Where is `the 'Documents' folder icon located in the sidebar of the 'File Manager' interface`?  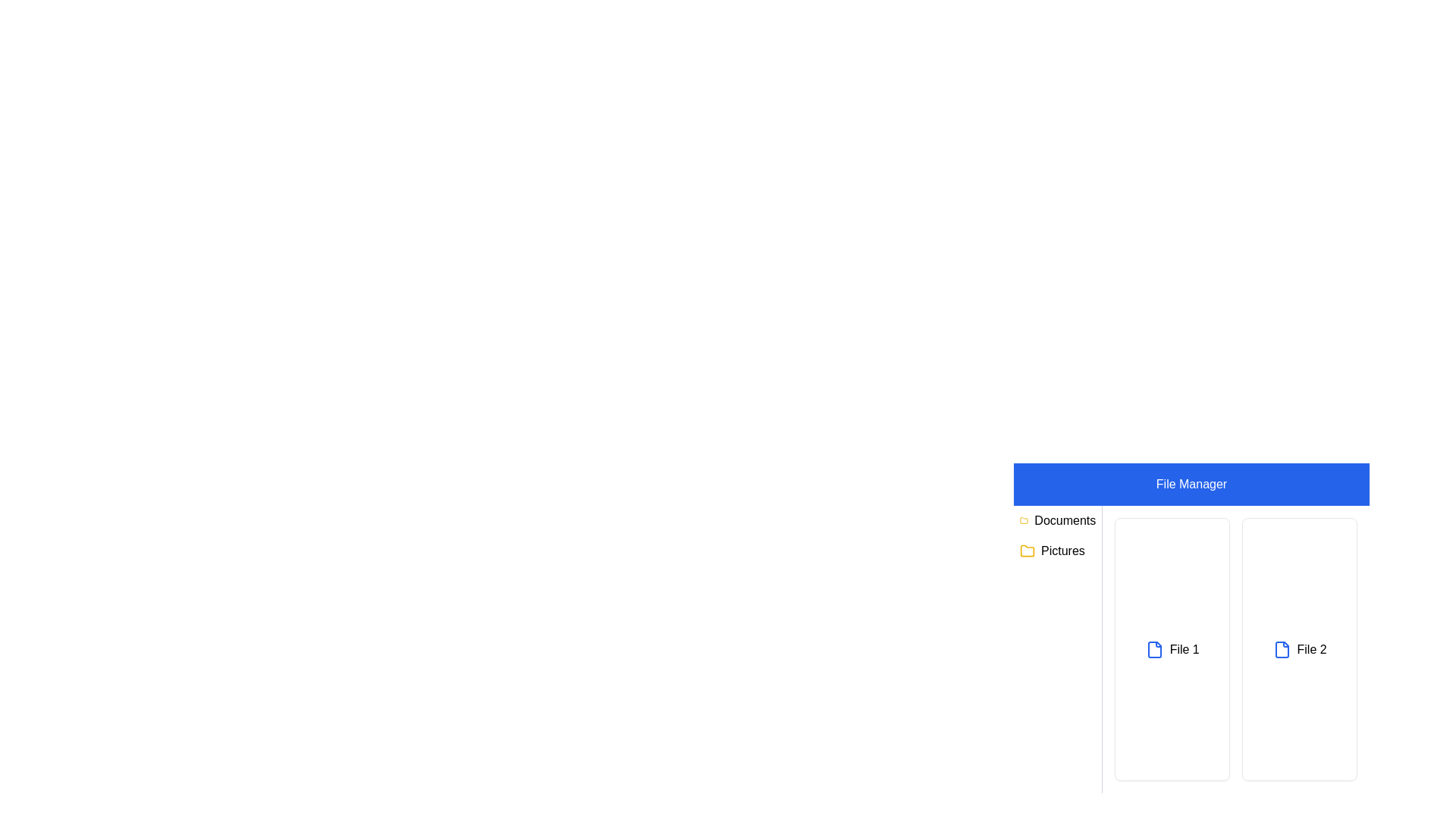 the 'Documents' folder icon located in the sidebar of the 'File Manager' interface is located at coordinates (1027, 550).